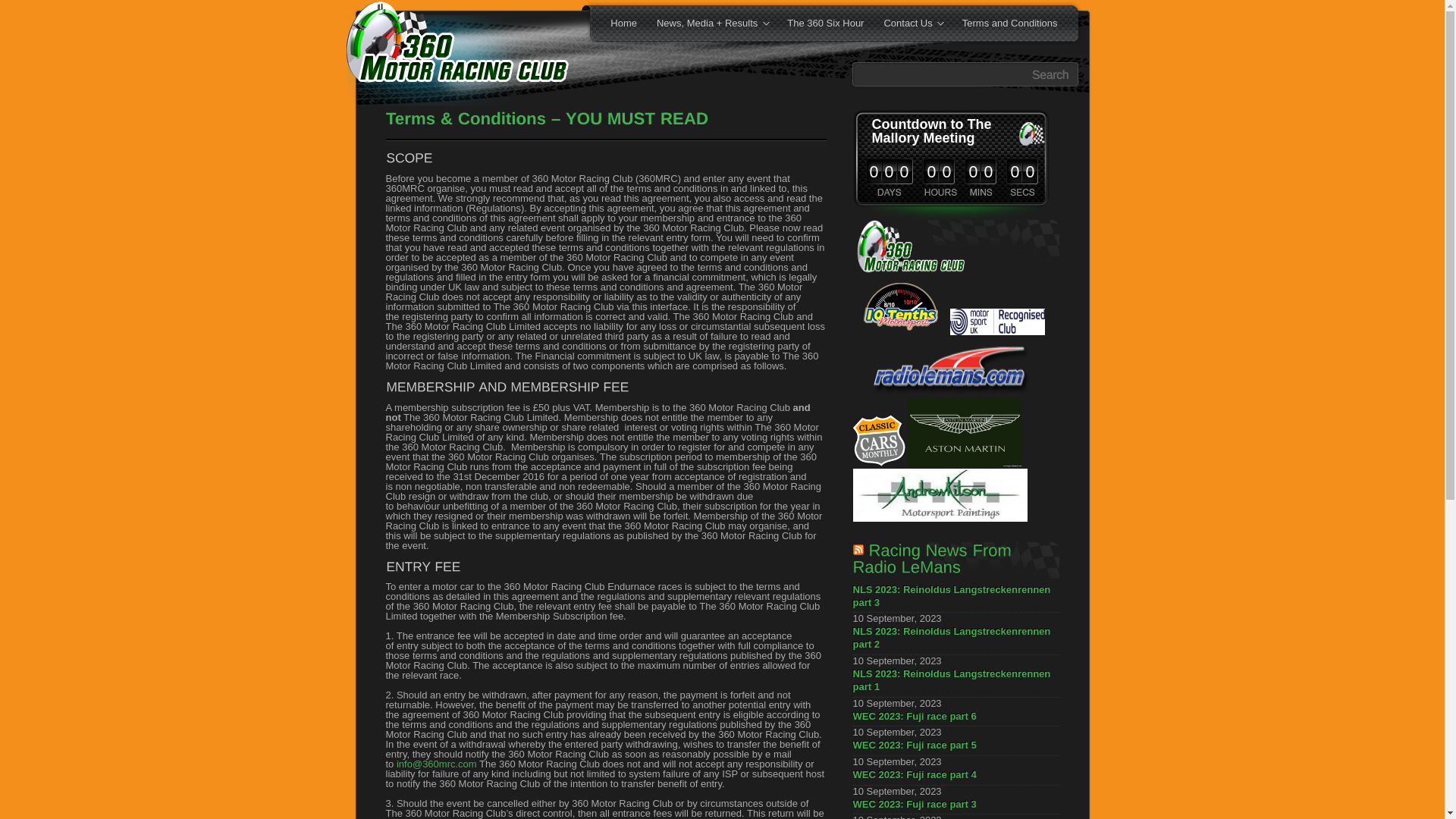  What do you see at coordinates (436, 764) in the screenshot?
I see `'info@360mrc.com'` at bounding box center [436, 764].